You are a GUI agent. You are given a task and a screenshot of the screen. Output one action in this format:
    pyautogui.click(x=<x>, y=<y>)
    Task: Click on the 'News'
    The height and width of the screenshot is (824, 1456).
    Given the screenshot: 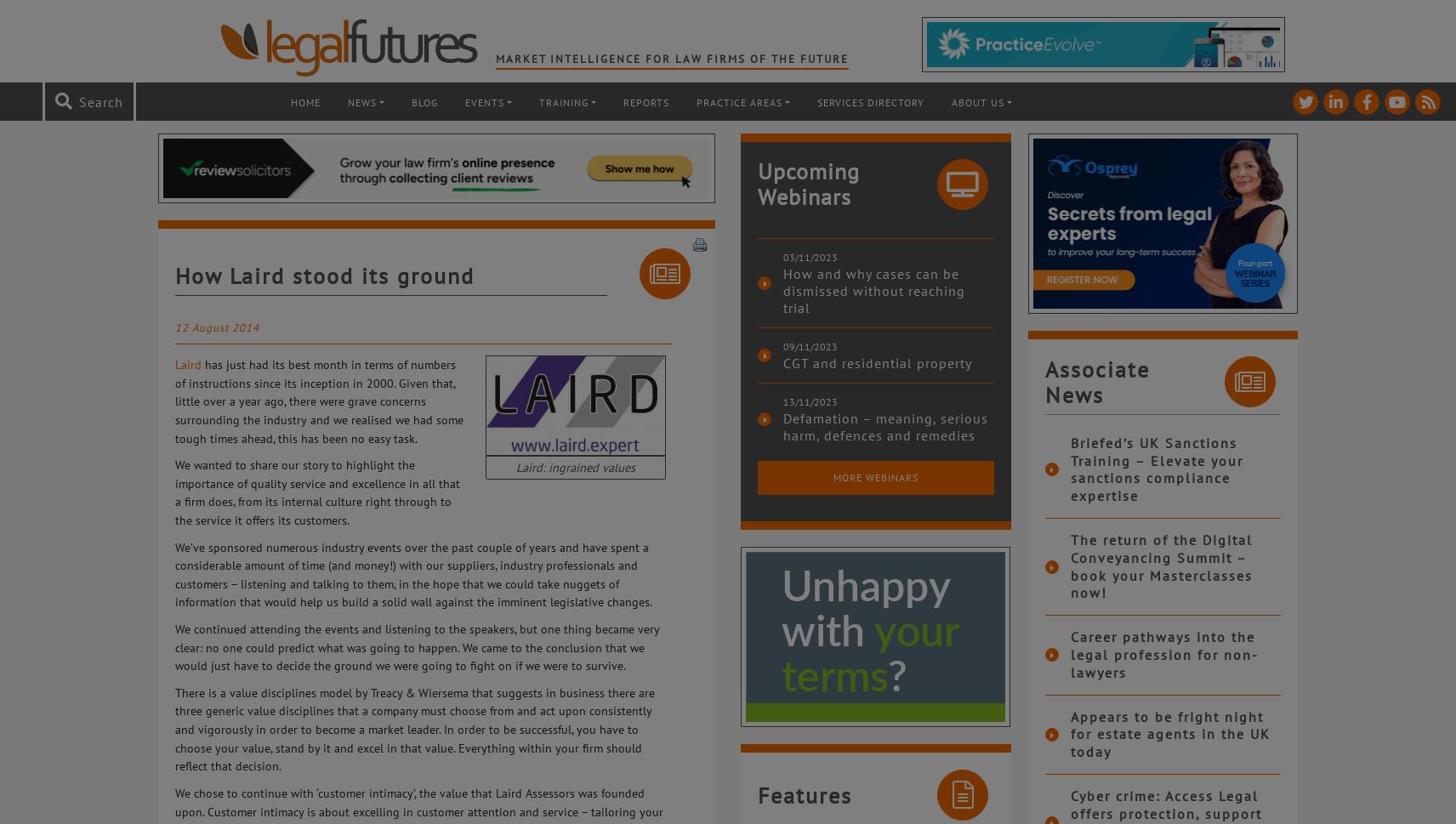 What is the action you would take?
    pyautogui.click(x=346, y=102)
    